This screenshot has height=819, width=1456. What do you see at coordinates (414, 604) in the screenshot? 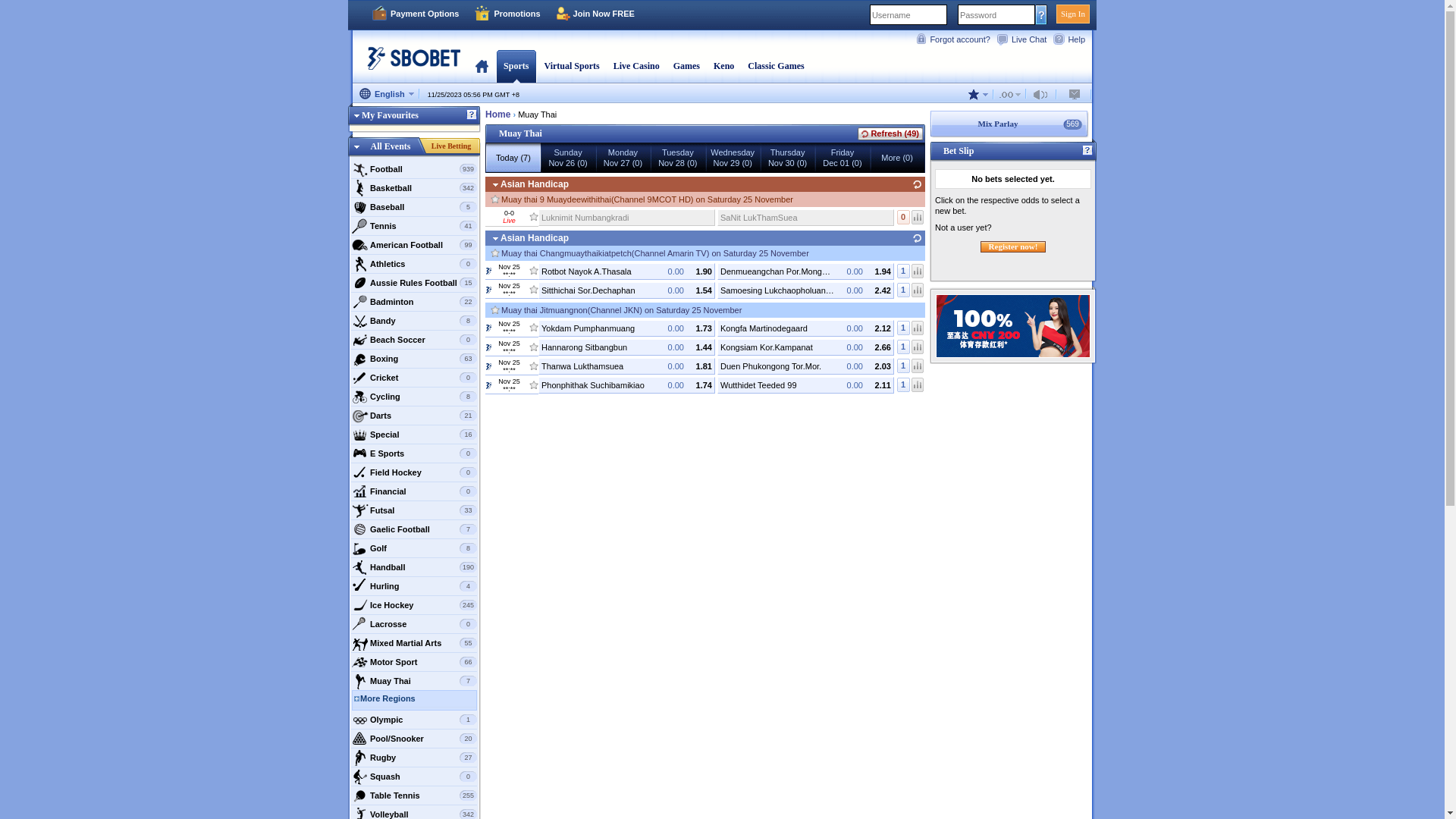
I see `'Ice Hockey` at bounding box center [414, 604].